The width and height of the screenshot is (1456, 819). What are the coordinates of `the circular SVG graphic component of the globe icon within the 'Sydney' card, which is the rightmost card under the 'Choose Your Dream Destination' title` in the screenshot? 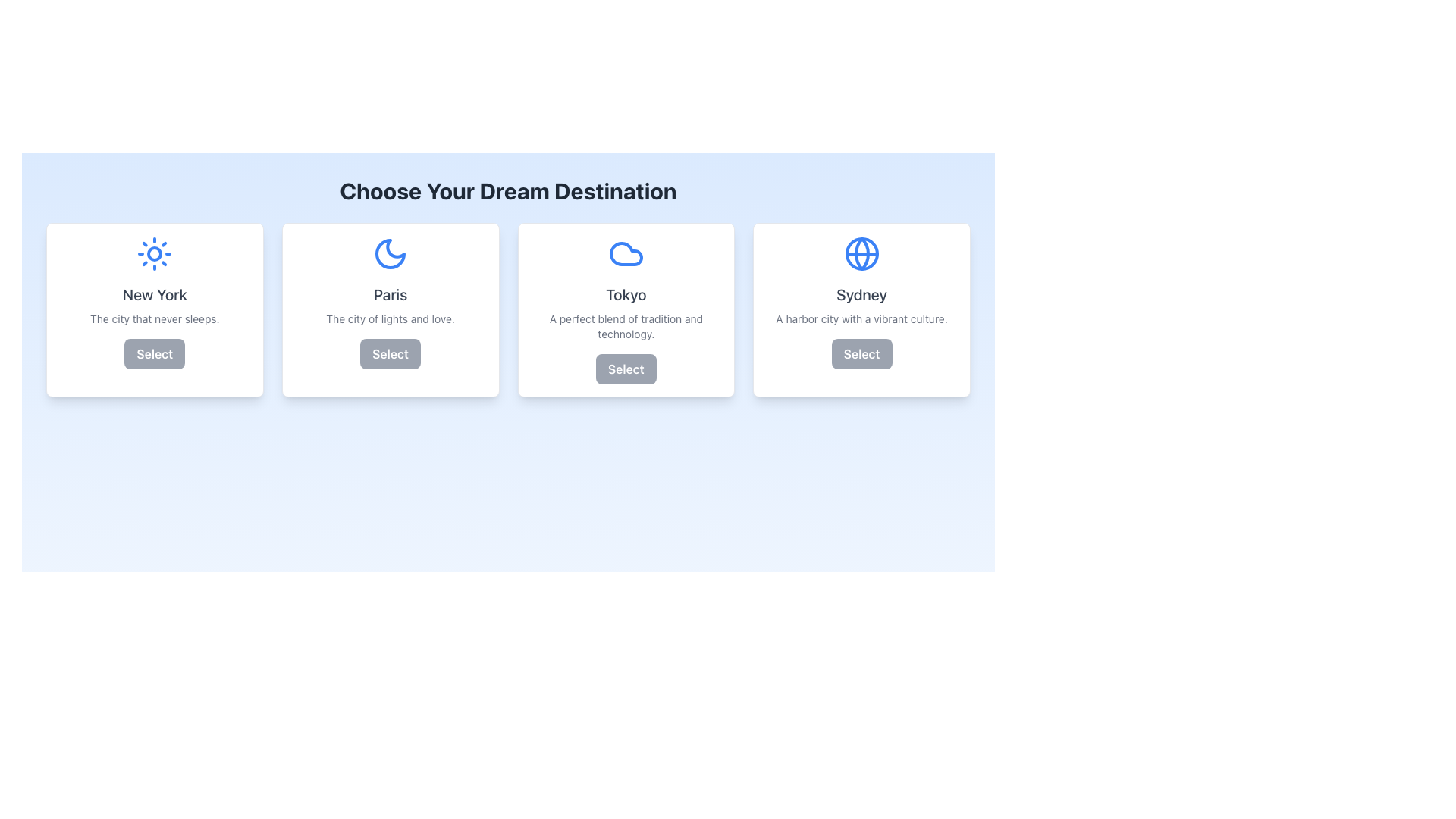 It's located at (861, 253).